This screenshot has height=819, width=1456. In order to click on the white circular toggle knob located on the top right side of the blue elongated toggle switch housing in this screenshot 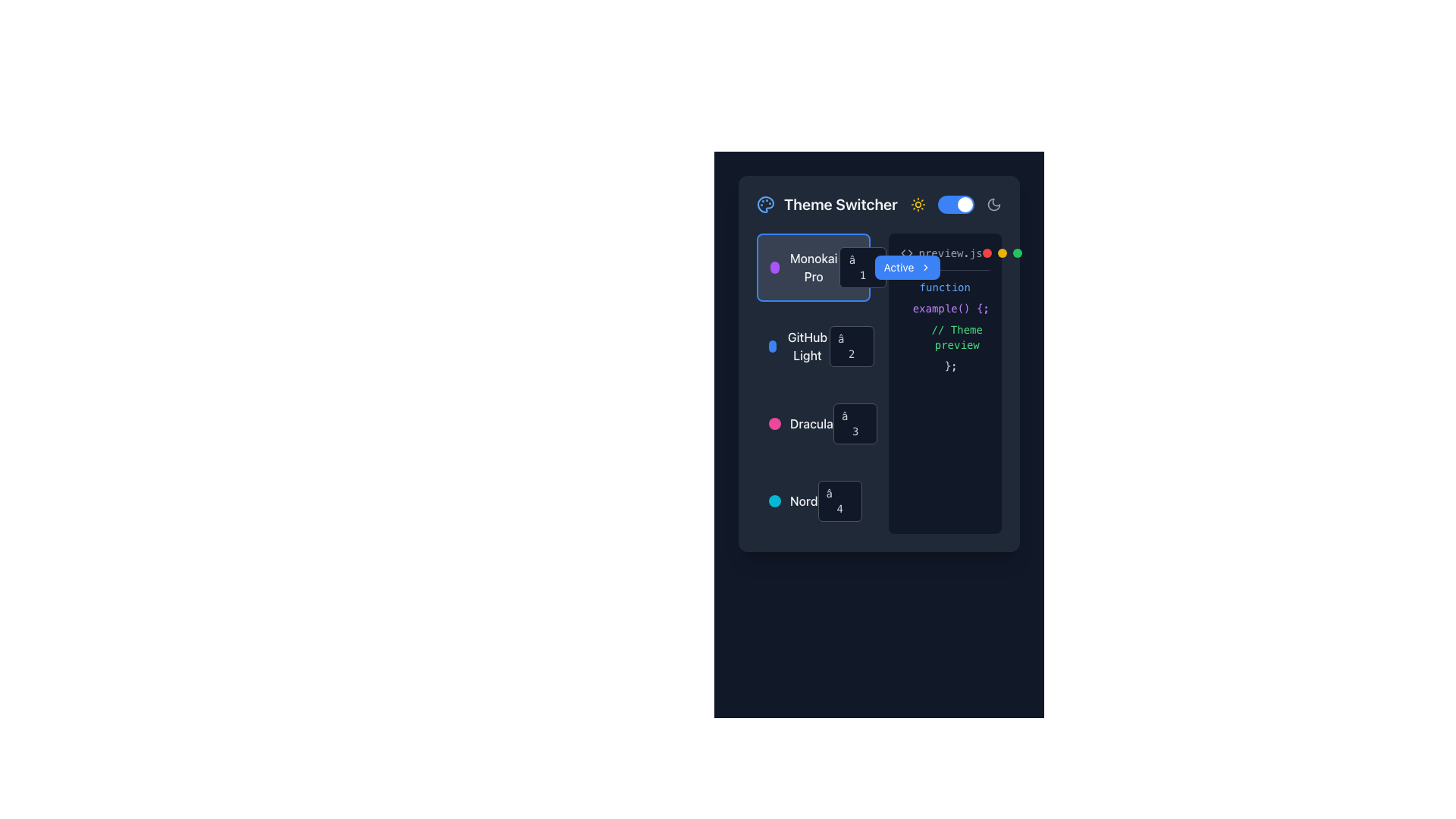, I will do `click(964, 205)`.